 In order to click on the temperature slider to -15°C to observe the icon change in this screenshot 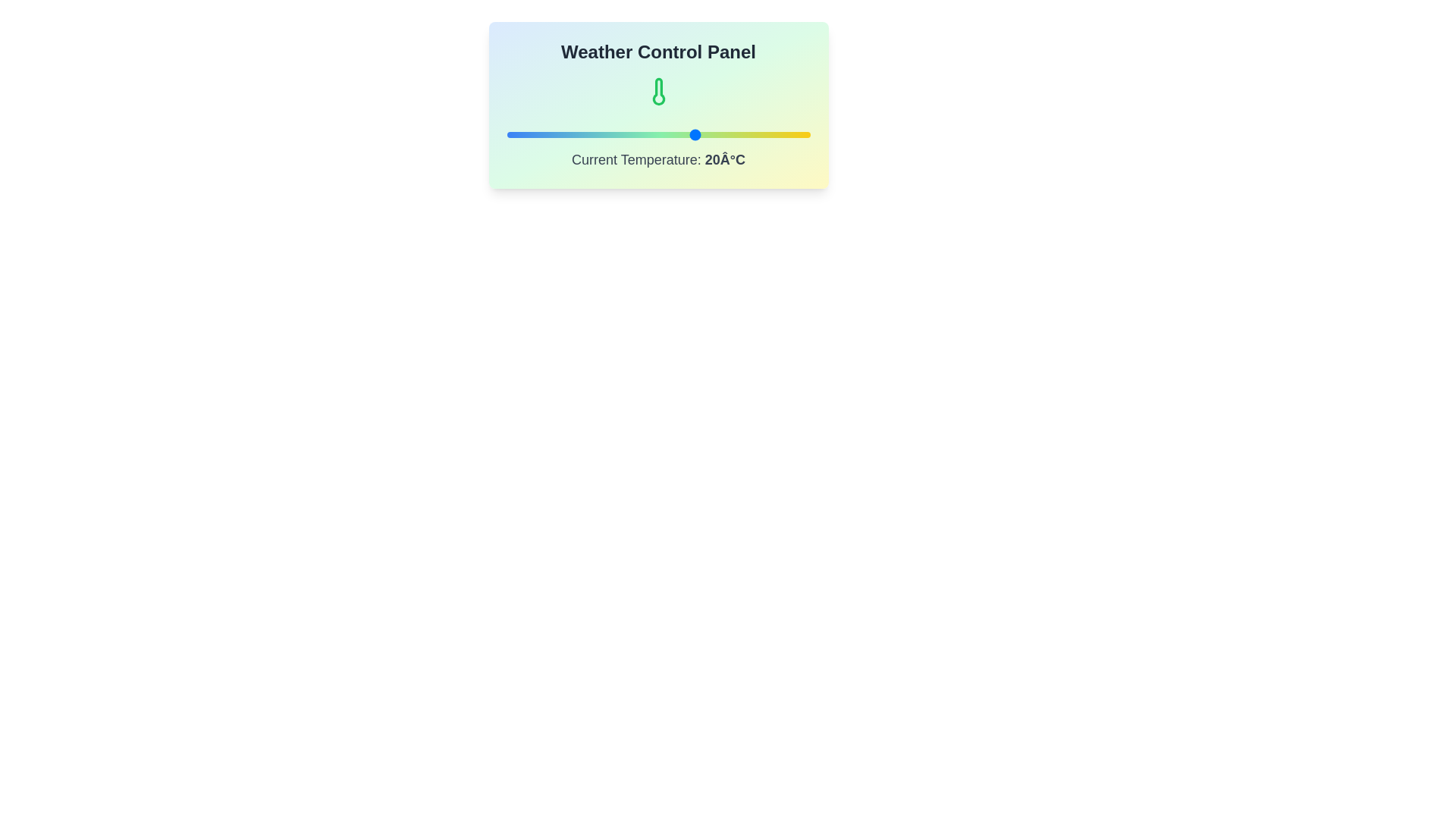, I will do `click(563, 133)`.